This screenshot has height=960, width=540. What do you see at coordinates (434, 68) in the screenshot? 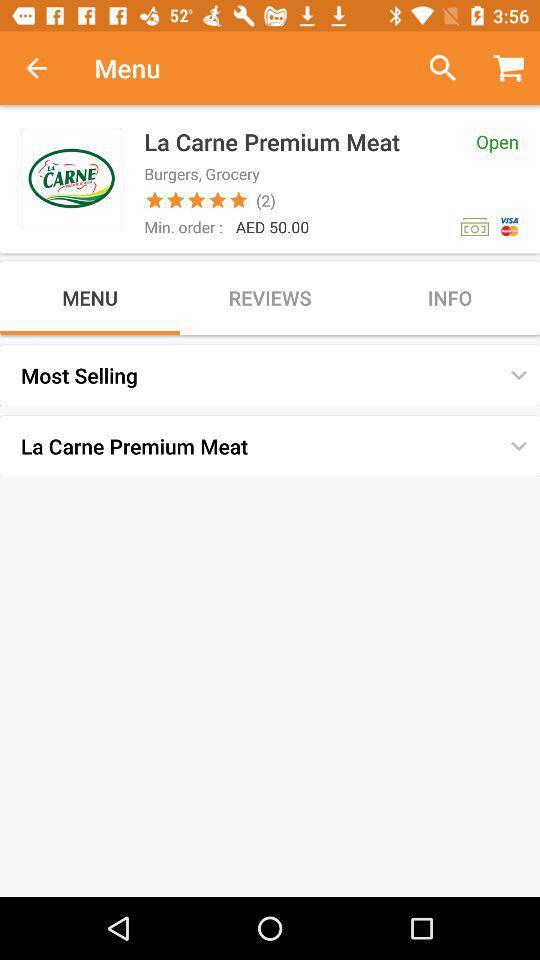
I see `search` at bounding box center [434, 68].